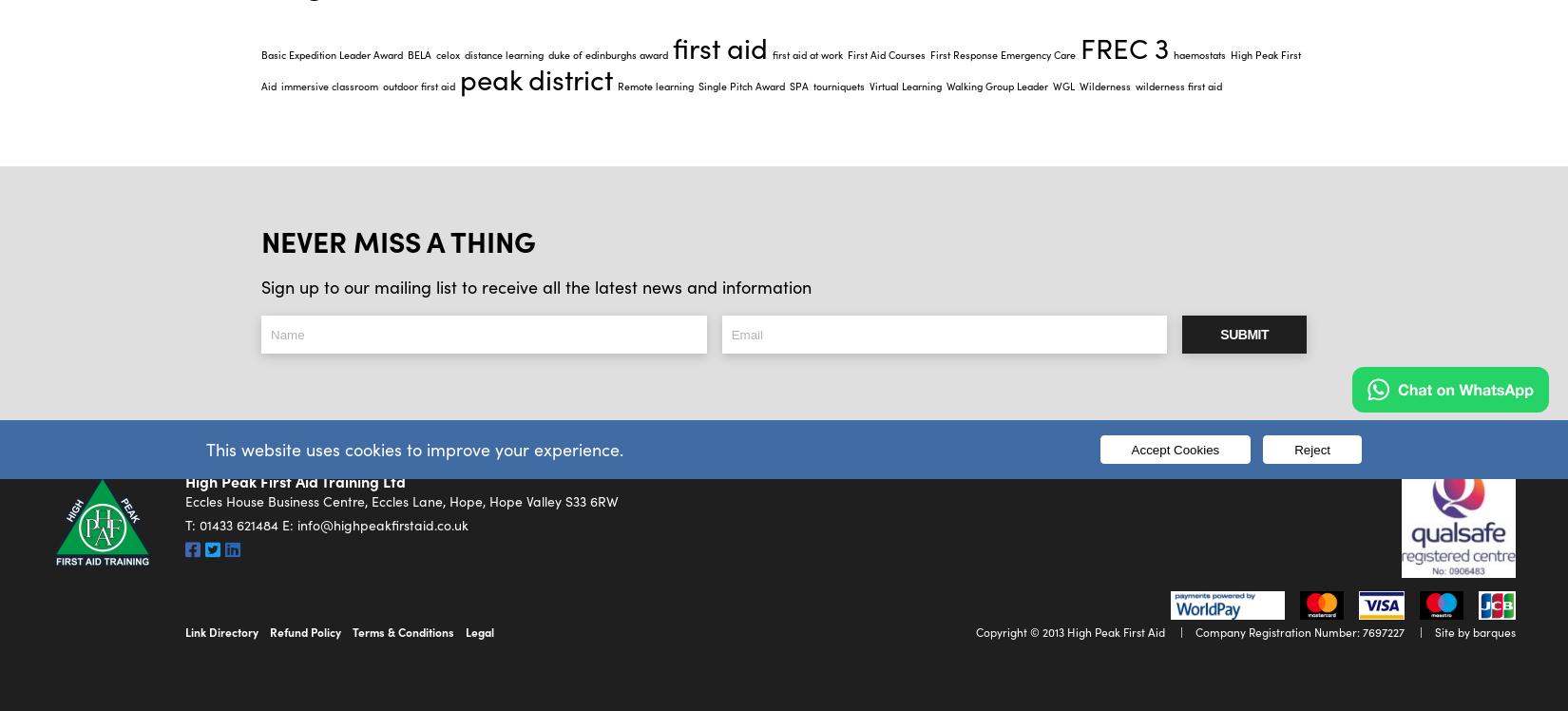  Describe the element at coordinates (418, 84) in the screenshot. I see `'outdoor first aid'` at that location.